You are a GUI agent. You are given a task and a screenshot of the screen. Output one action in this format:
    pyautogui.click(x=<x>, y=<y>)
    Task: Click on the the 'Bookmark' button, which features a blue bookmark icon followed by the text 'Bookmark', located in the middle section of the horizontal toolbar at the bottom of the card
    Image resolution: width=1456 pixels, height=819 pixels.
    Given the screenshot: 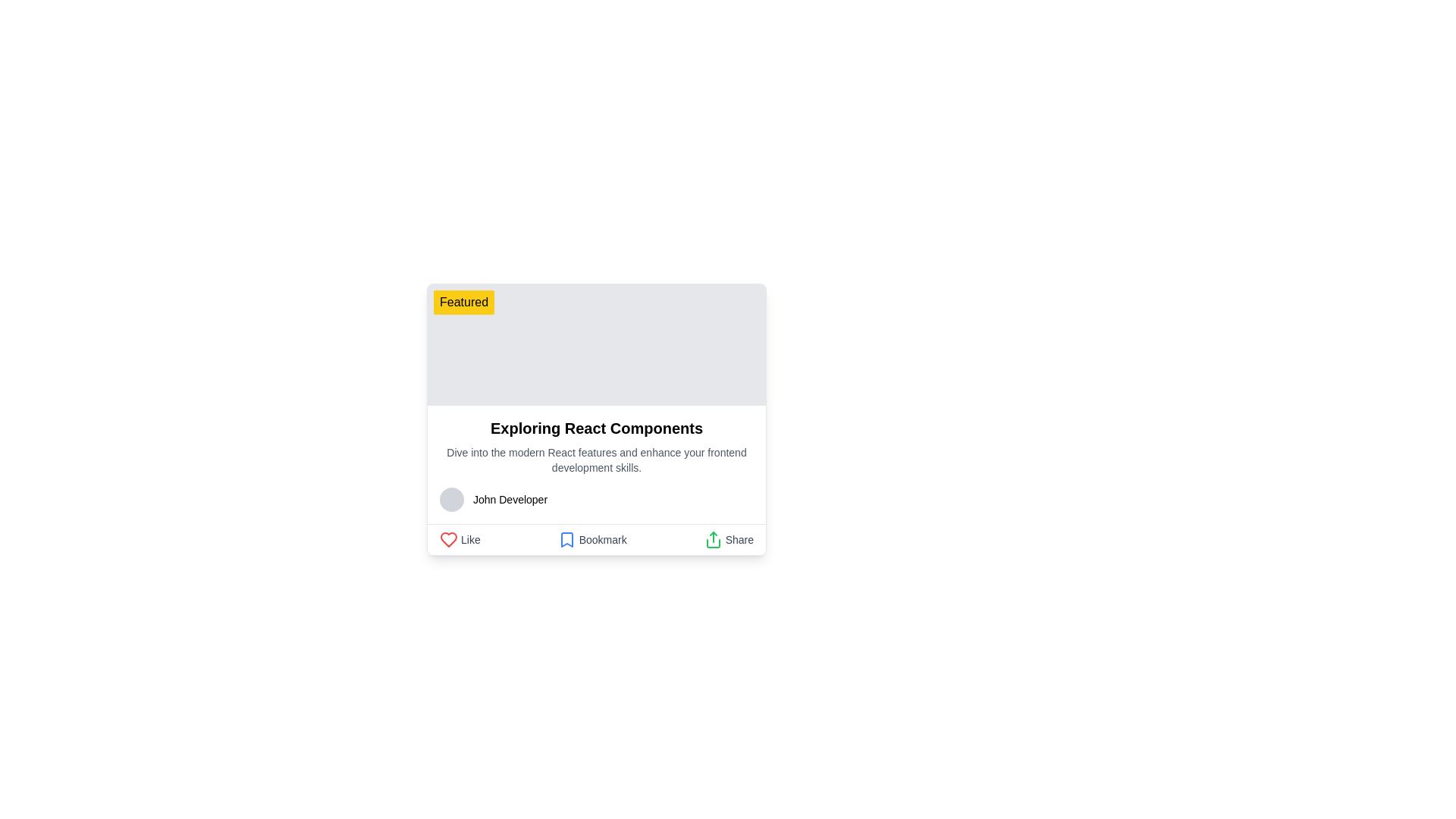 What is the action you would take?
    pyautogui.click(x=591, y=539)
    